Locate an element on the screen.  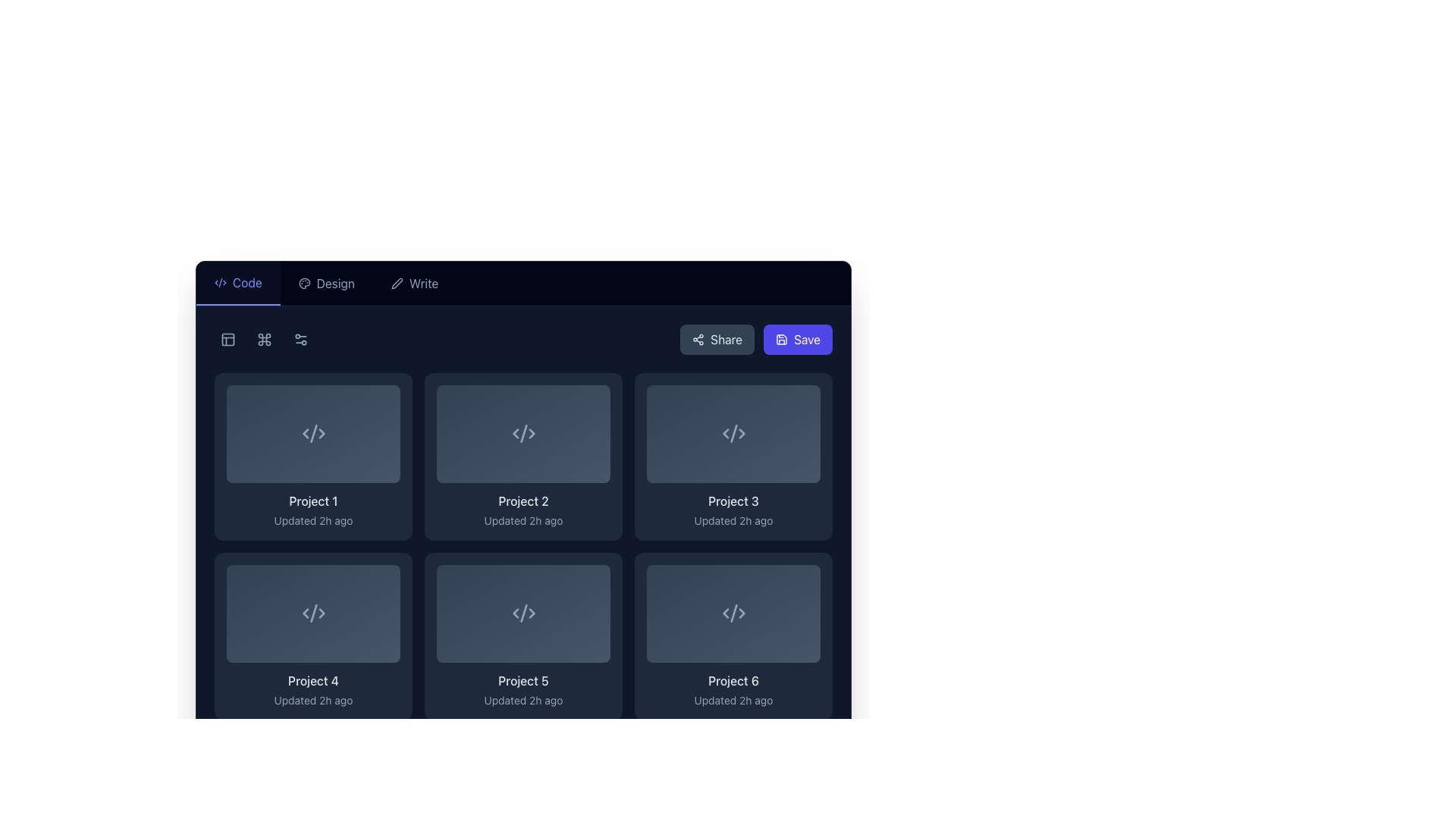
the text label styled with a light text color that reads 'Project 1', located beneath a grey rectangular placeholder with an icon, positioned at the top left of the card grid section is located at coordinates (312, 500).